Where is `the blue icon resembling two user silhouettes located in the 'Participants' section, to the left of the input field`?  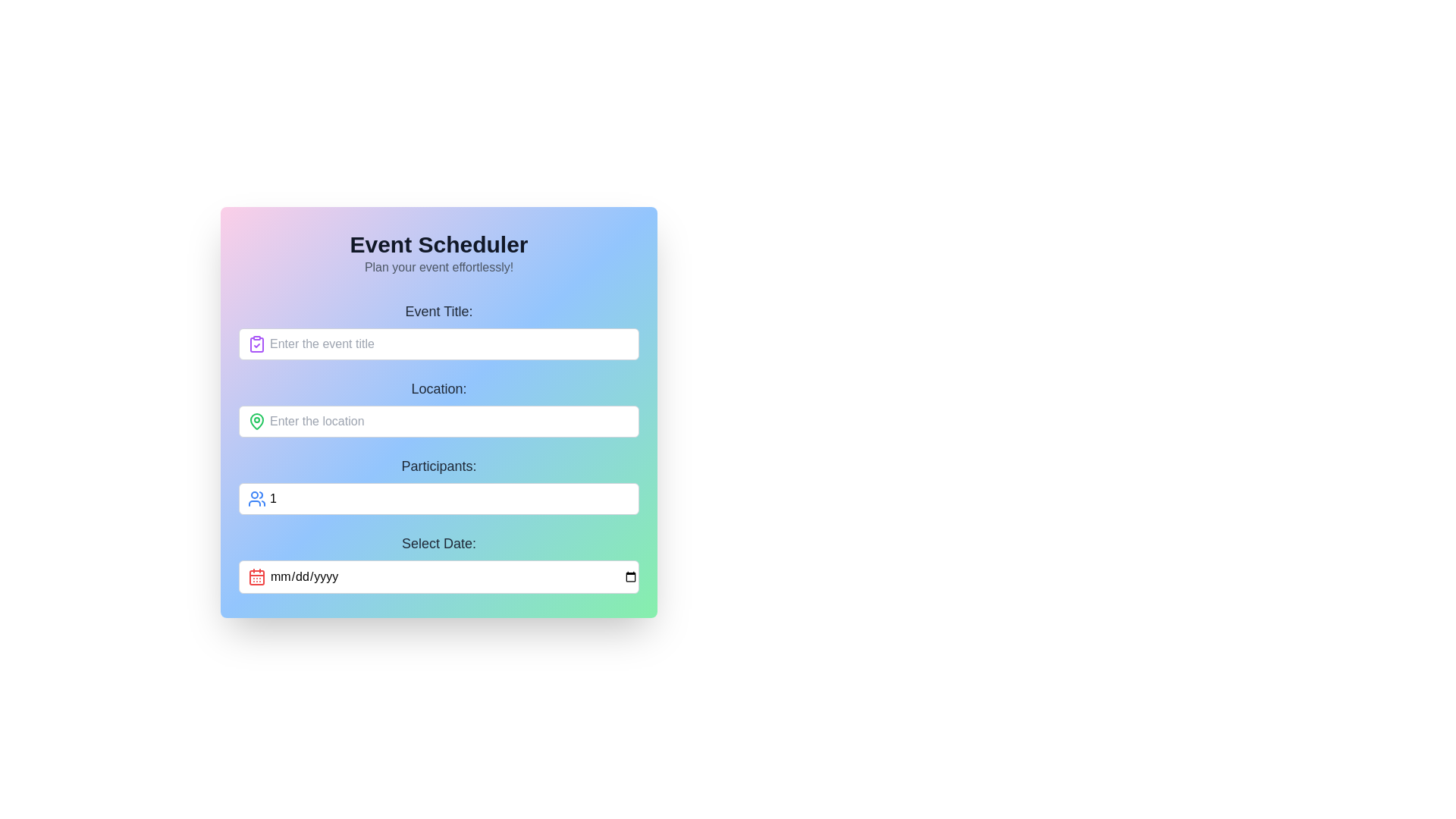
the blue icon resembling two user silhouettes located in the 'Participants' section, to the left of the input field is located at coordinates (257, 499).